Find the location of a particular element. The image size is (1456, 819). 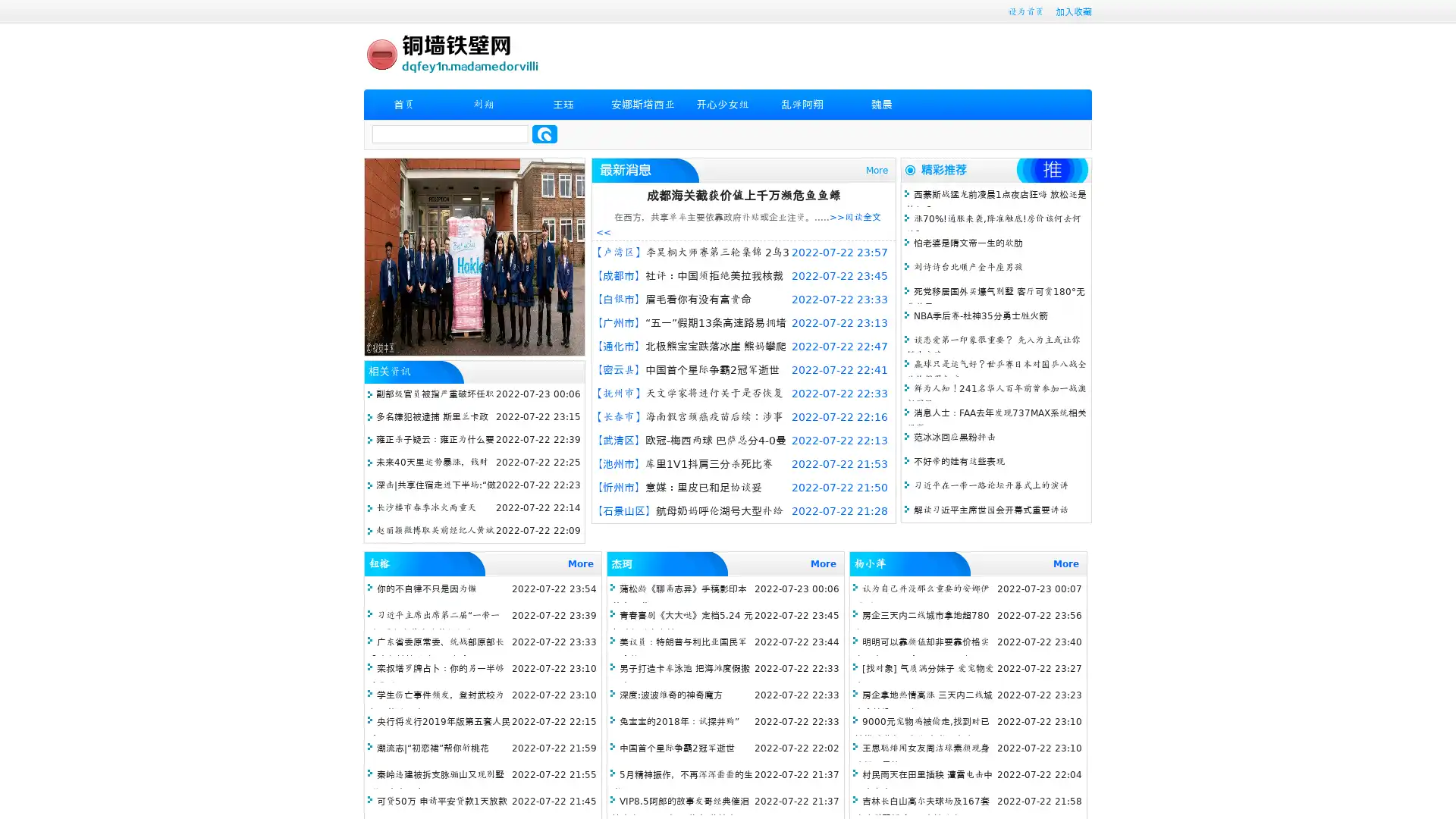

Search is located at coordinates (544, 133).